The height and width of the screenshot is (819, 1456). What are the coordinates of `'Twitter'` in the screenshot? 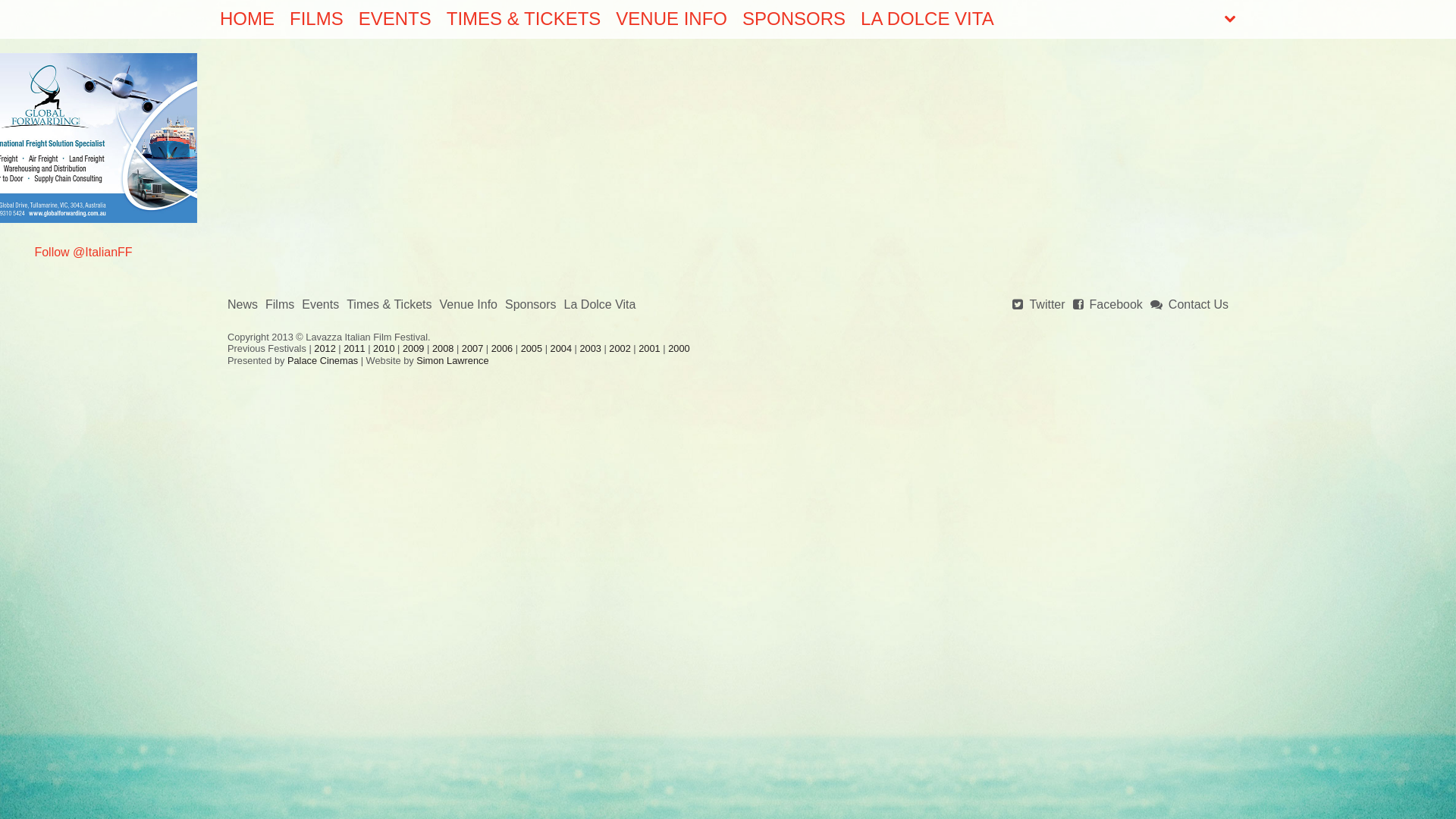 It's located at (1012, 305).